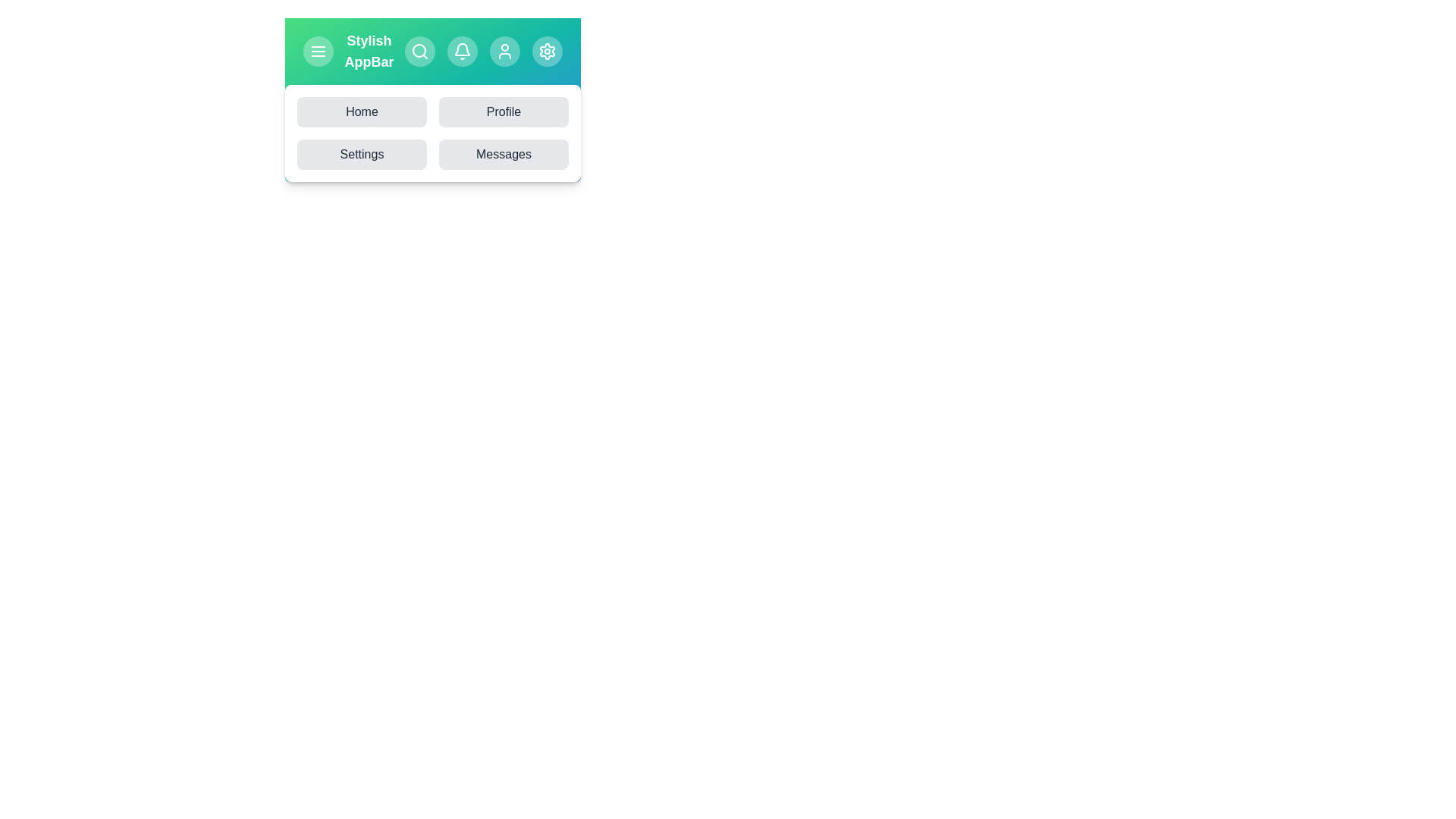 The width and height of the screenshot is (1456, 819). What do you see at coordinates (504, 155) in the screenshot?
I see `the Messages button to navigate` at bounding box center [504, 155].